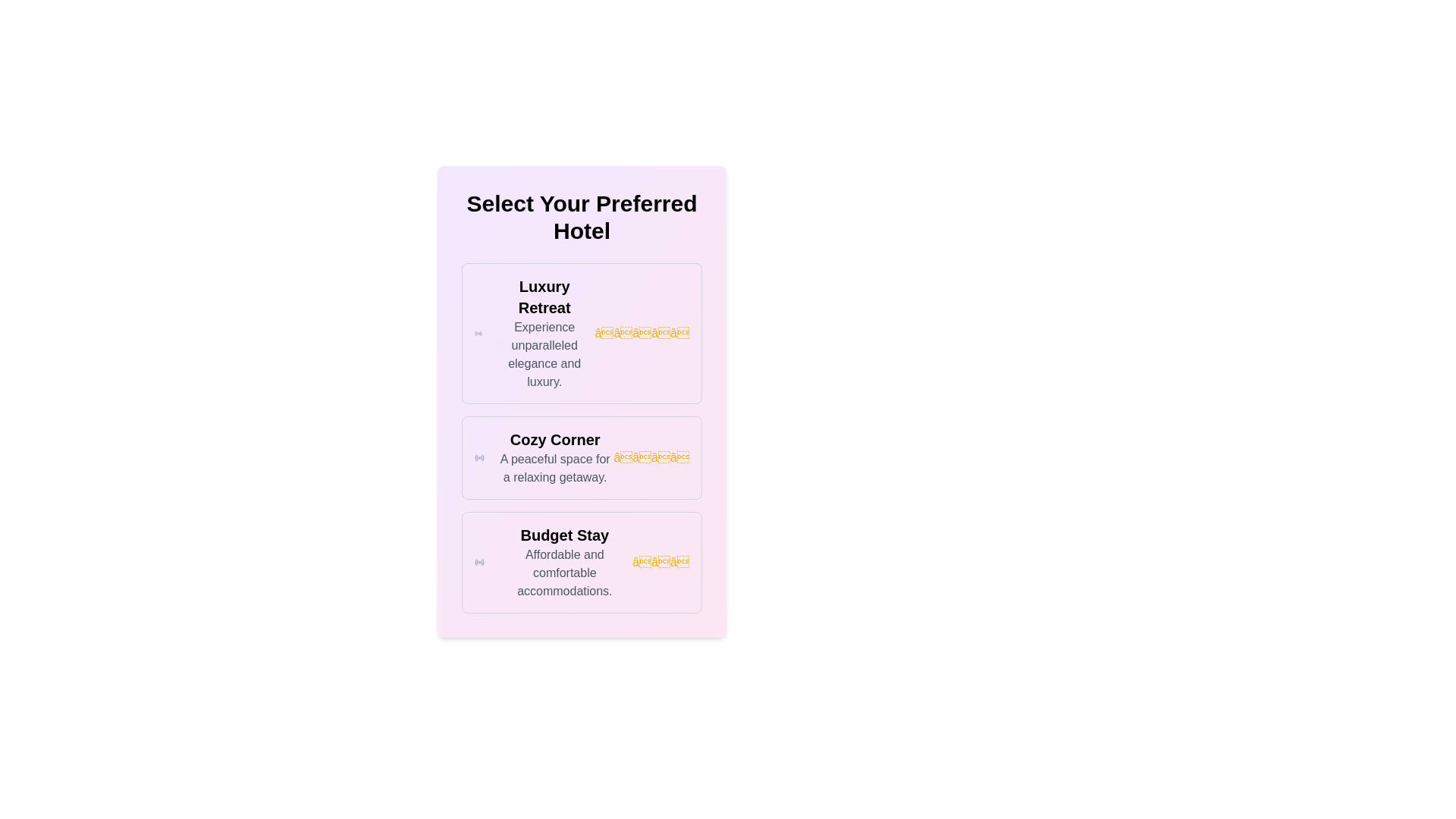 This screenshot has width=1456, height=819. I want to click on the text label element displaying 'Budget Stay', which is styled as a header and positioned above the subtitle in the options column for hotel selection, so click(563, 534).